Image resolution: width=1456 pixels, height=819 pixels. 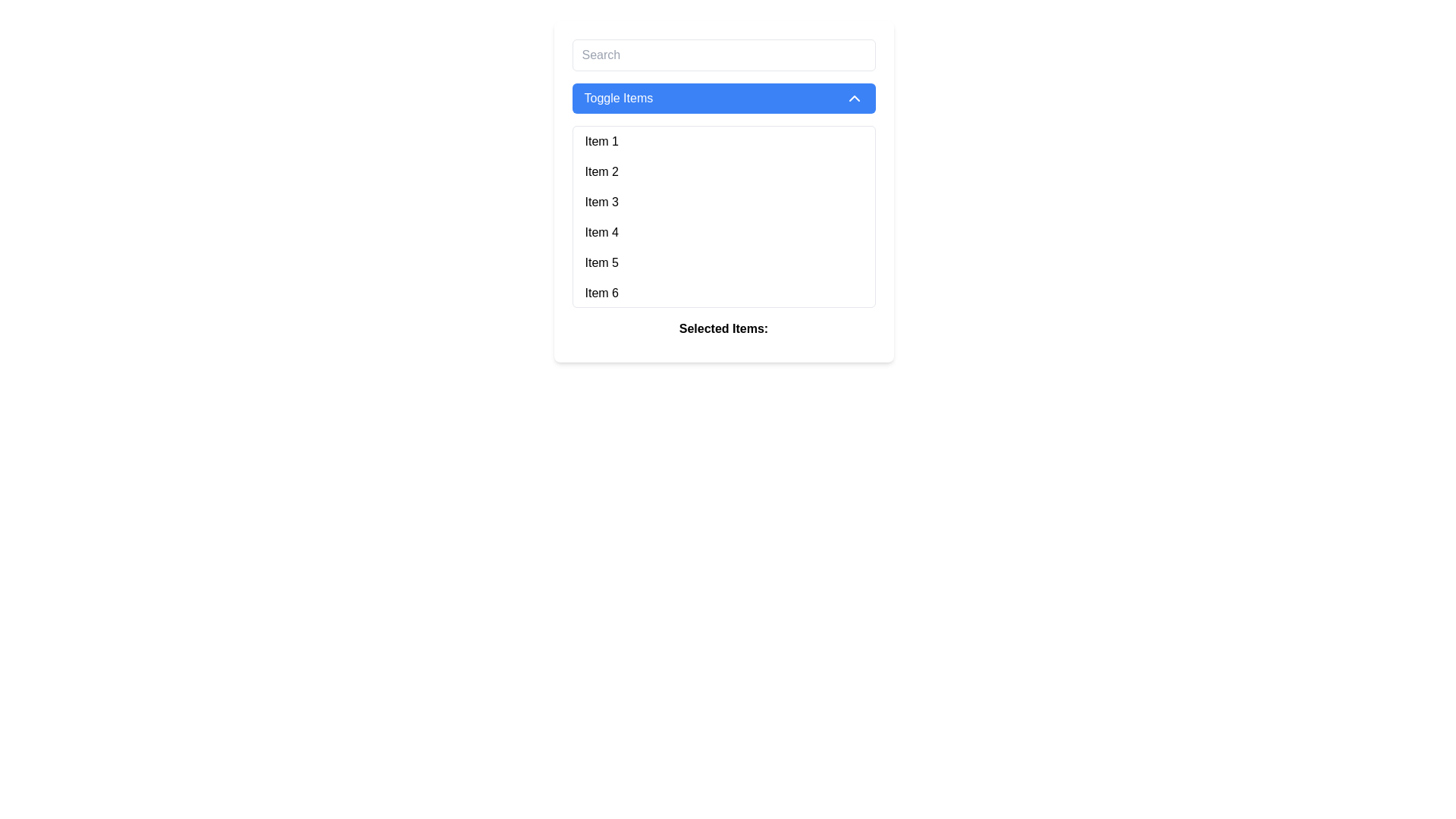 What do you see at coordinates (723, 328) in the screenshot?
I see `the 'Selected Items:' label at the bottom of the UI section to potentially reveal interactive tooltips` at bounding box center [723, 328].